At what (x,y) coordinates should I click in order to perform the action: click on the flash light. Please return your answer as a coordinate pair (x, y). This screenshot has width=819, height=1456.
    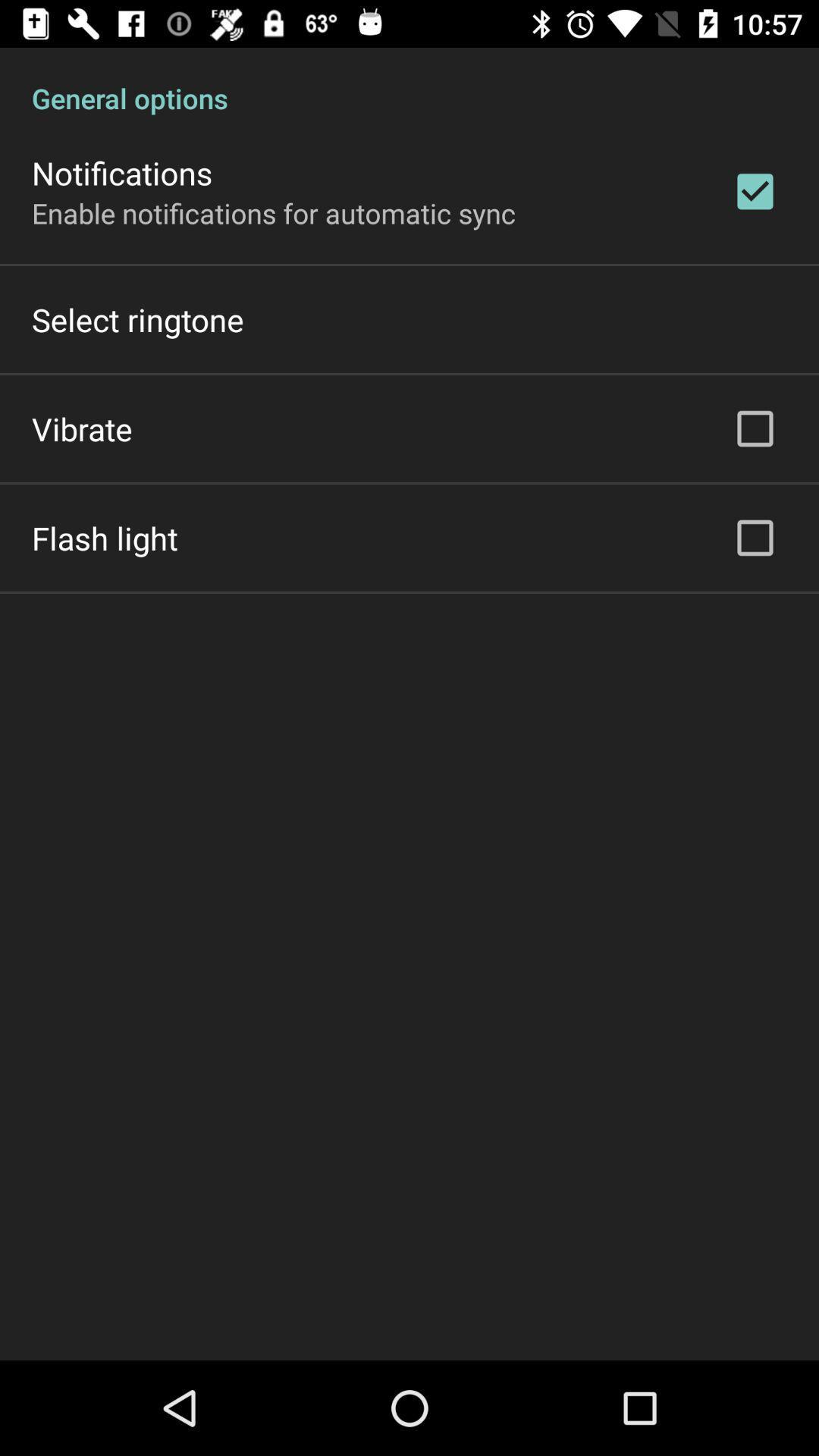
    Looking at the image, I should click on (104, 538).